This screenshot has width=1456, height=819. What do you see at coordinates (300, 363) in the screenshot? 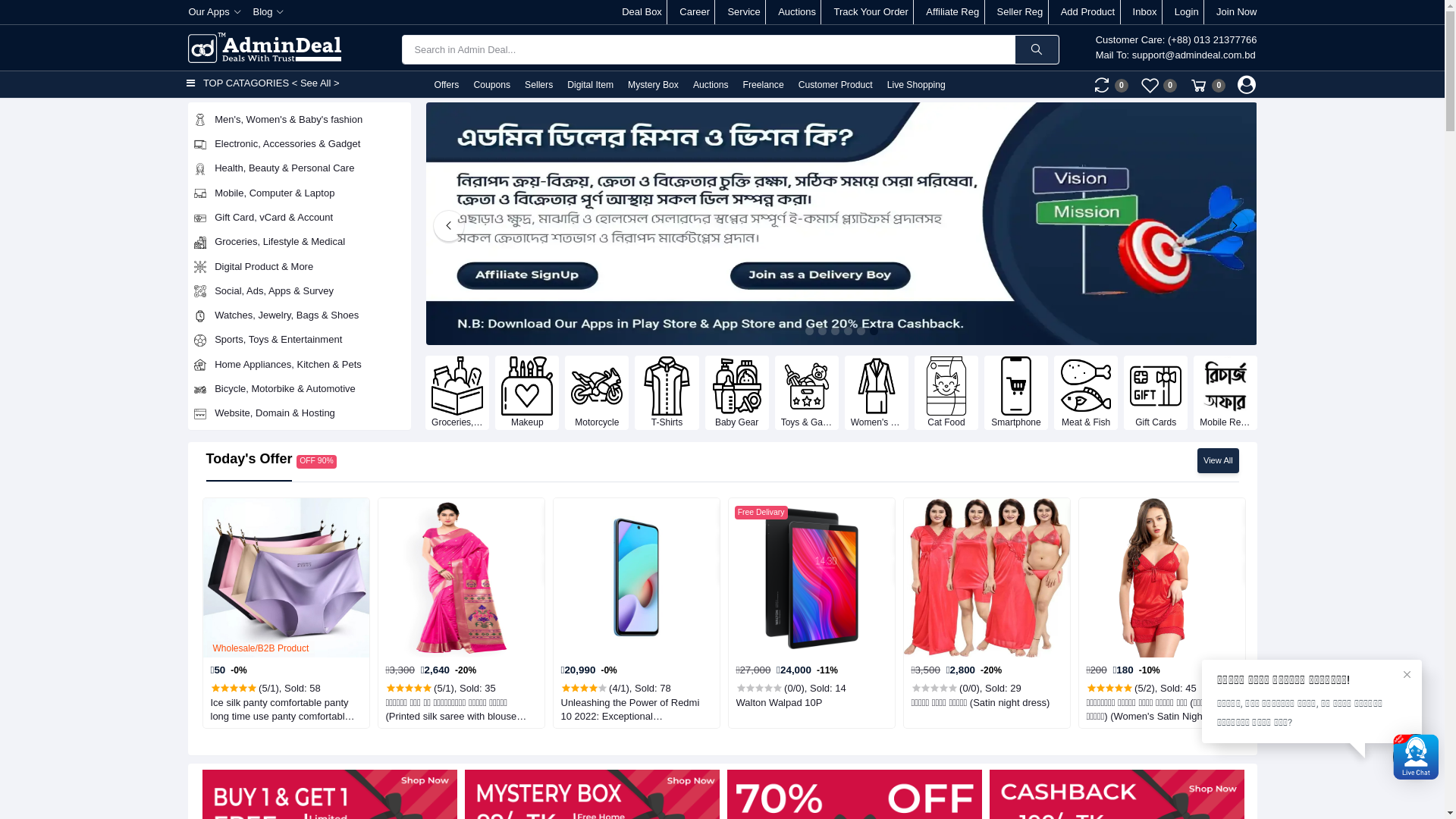
I see `'Home Appliances, Kitchen & Pets'` at bounding box center [300, 363].